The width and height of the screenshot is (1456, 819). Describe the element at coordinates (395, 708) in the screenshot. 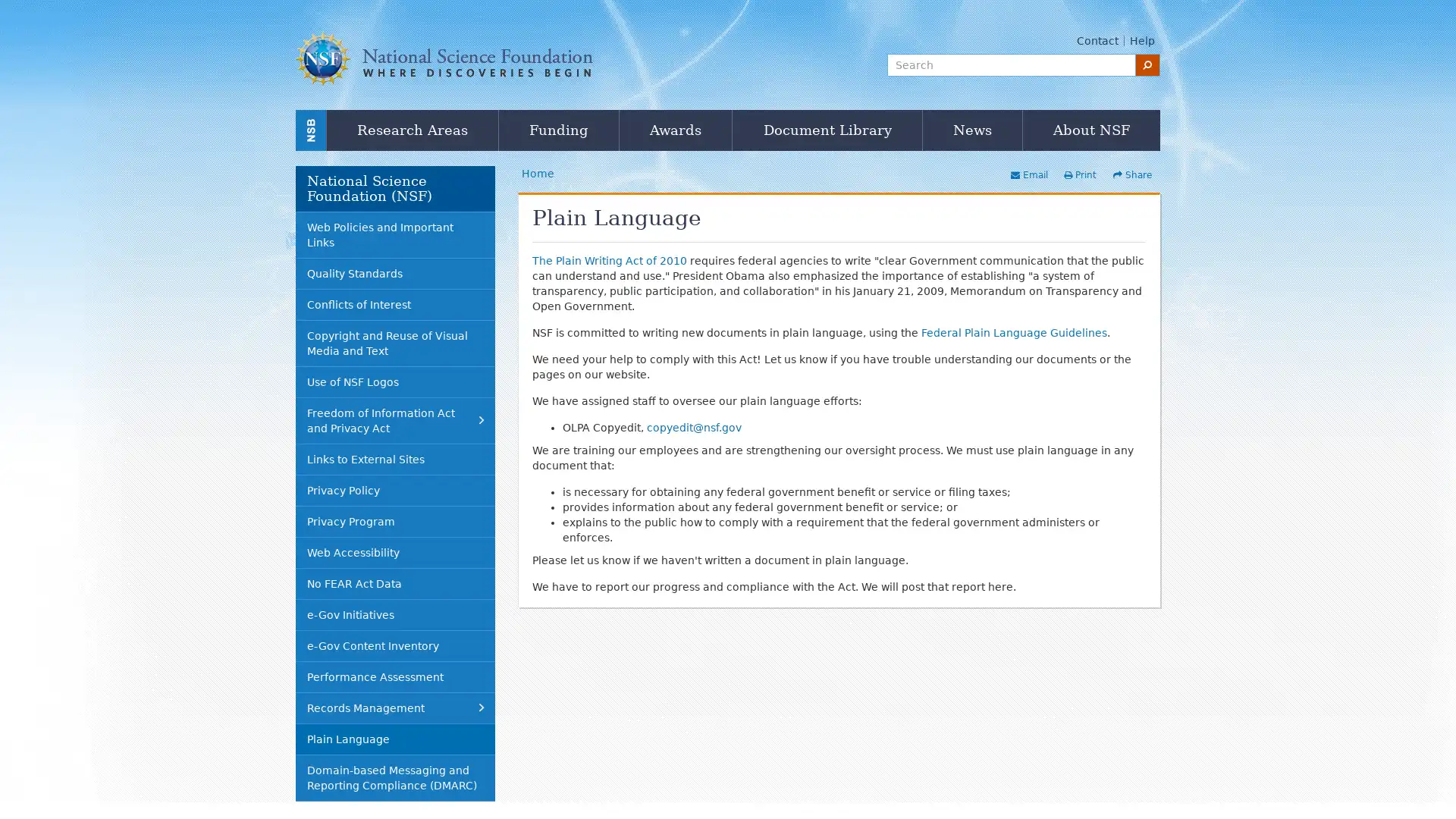

I see `Records Management` at that location.